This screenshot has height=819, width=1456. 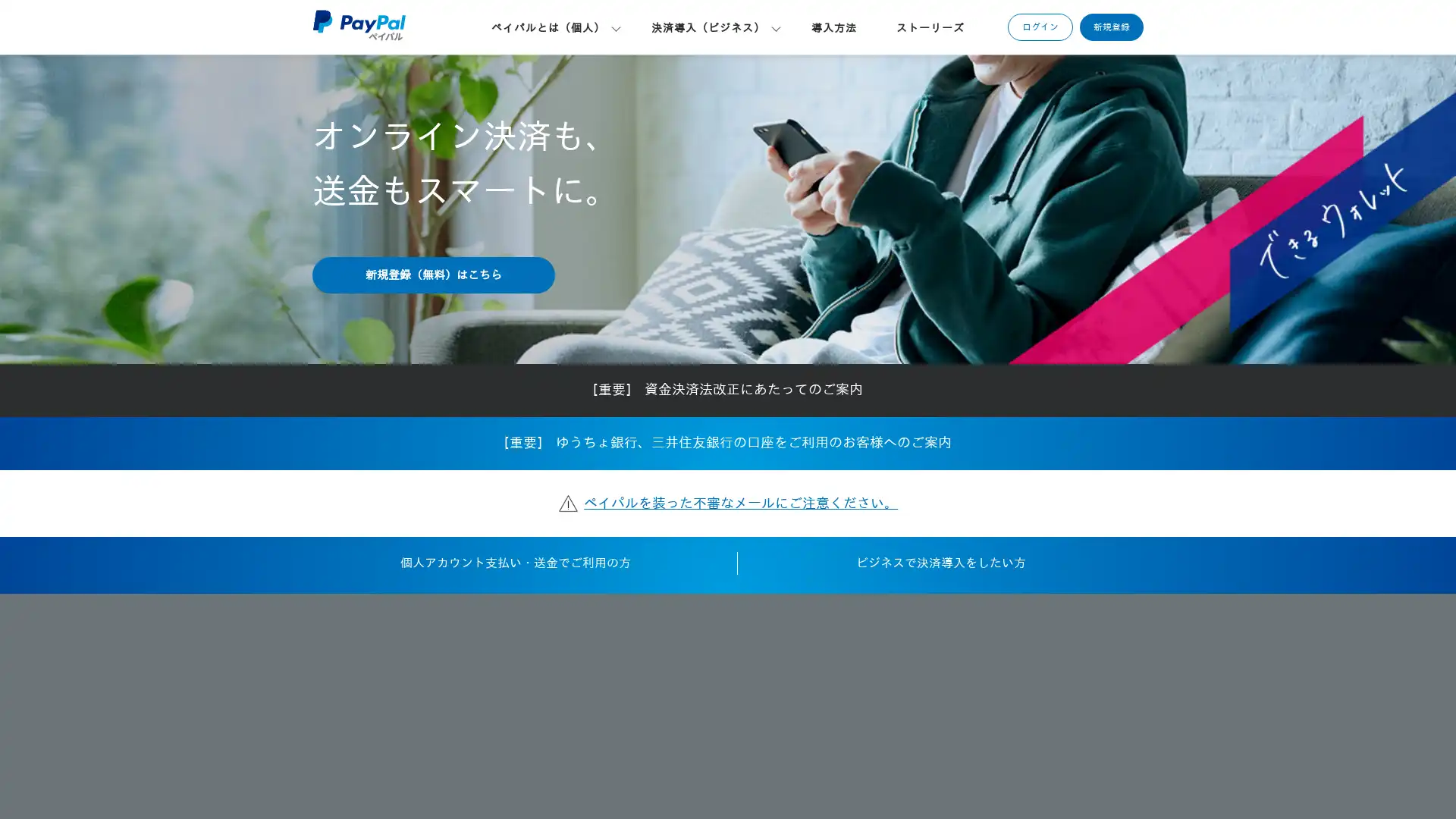 I want to click on (), so click(x=432, y=275).